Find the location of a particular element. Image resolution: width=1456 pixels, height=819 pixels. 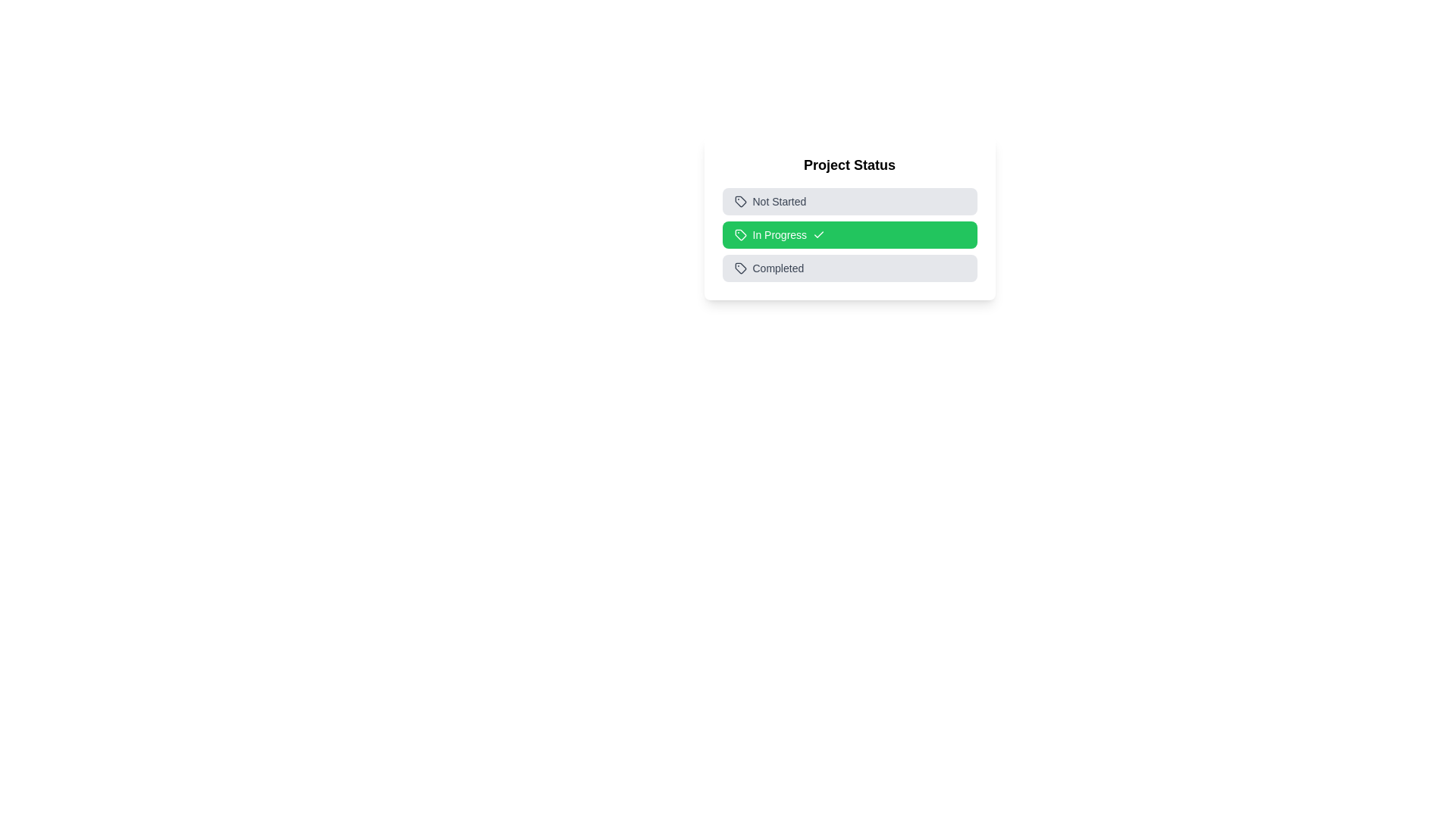

the status chip labeled Completed as the active status is located at coordinates (849, 268).